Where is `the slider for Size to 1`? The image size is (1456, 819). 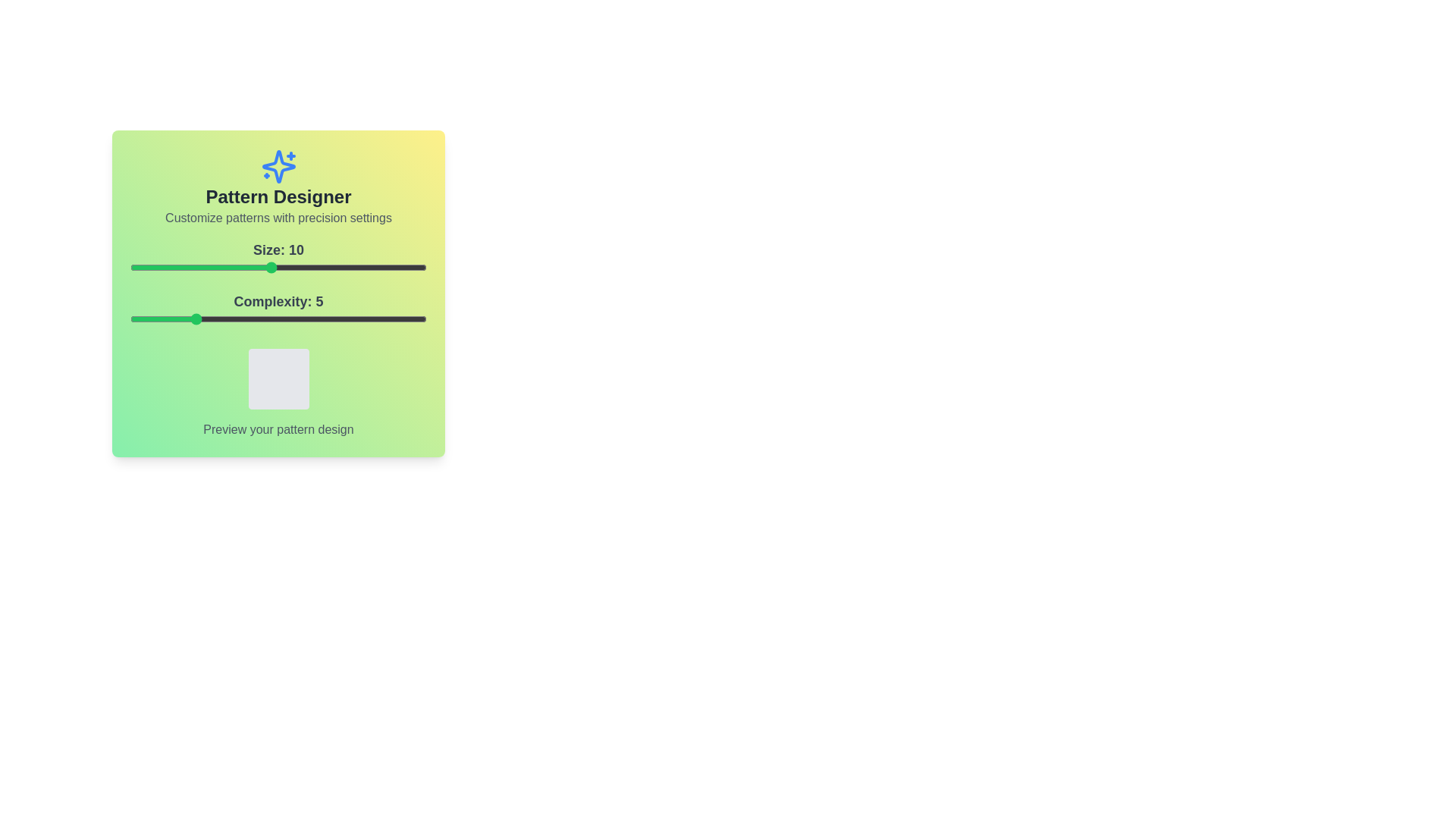
the slider for Size to 1 is located at coordinates (130, 267).